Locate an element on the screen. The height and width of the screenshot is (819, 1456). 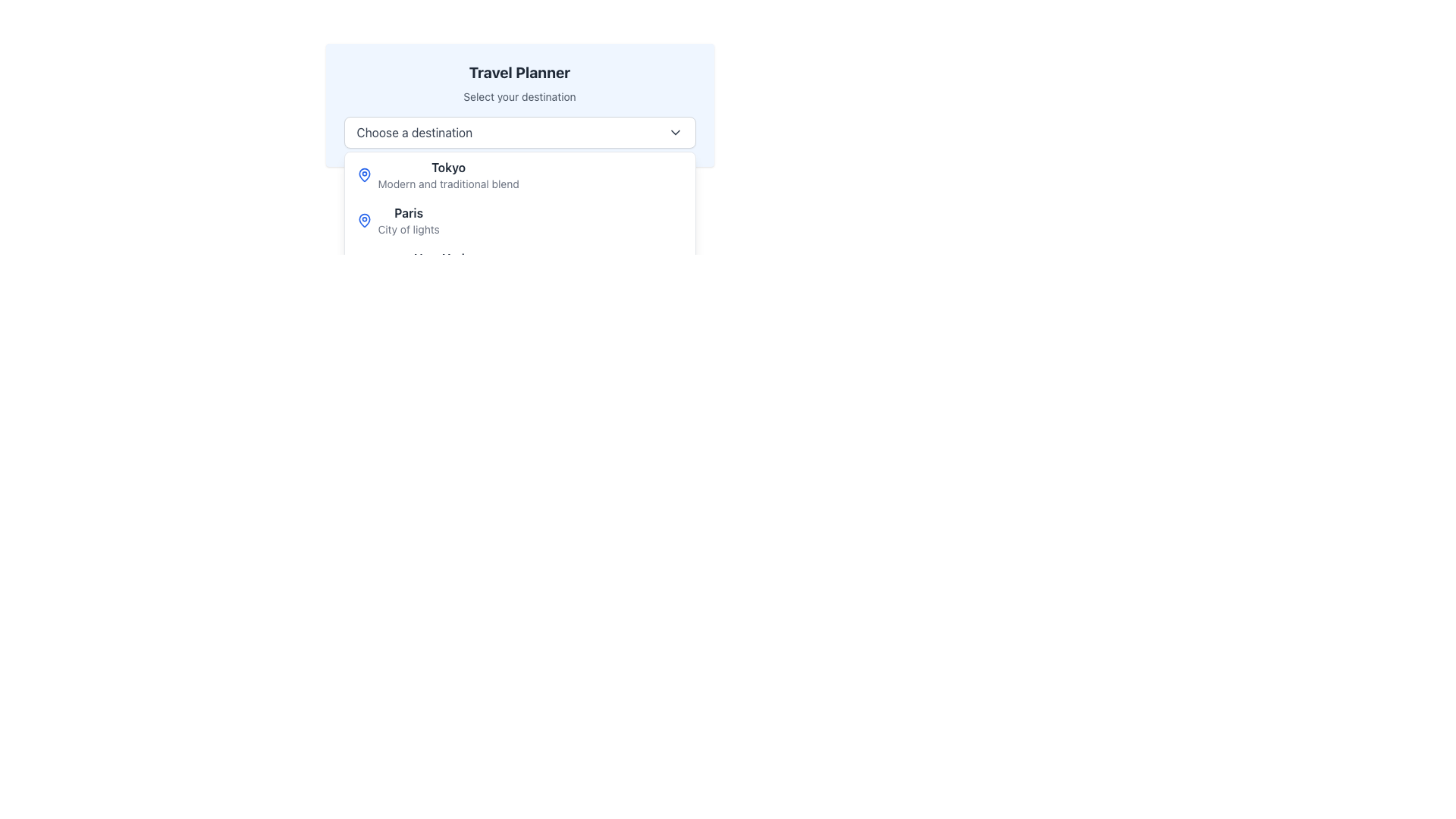
the text label containing the title 'Paris' and subtitle 'City of lights' is located at coordinates (409, 220).